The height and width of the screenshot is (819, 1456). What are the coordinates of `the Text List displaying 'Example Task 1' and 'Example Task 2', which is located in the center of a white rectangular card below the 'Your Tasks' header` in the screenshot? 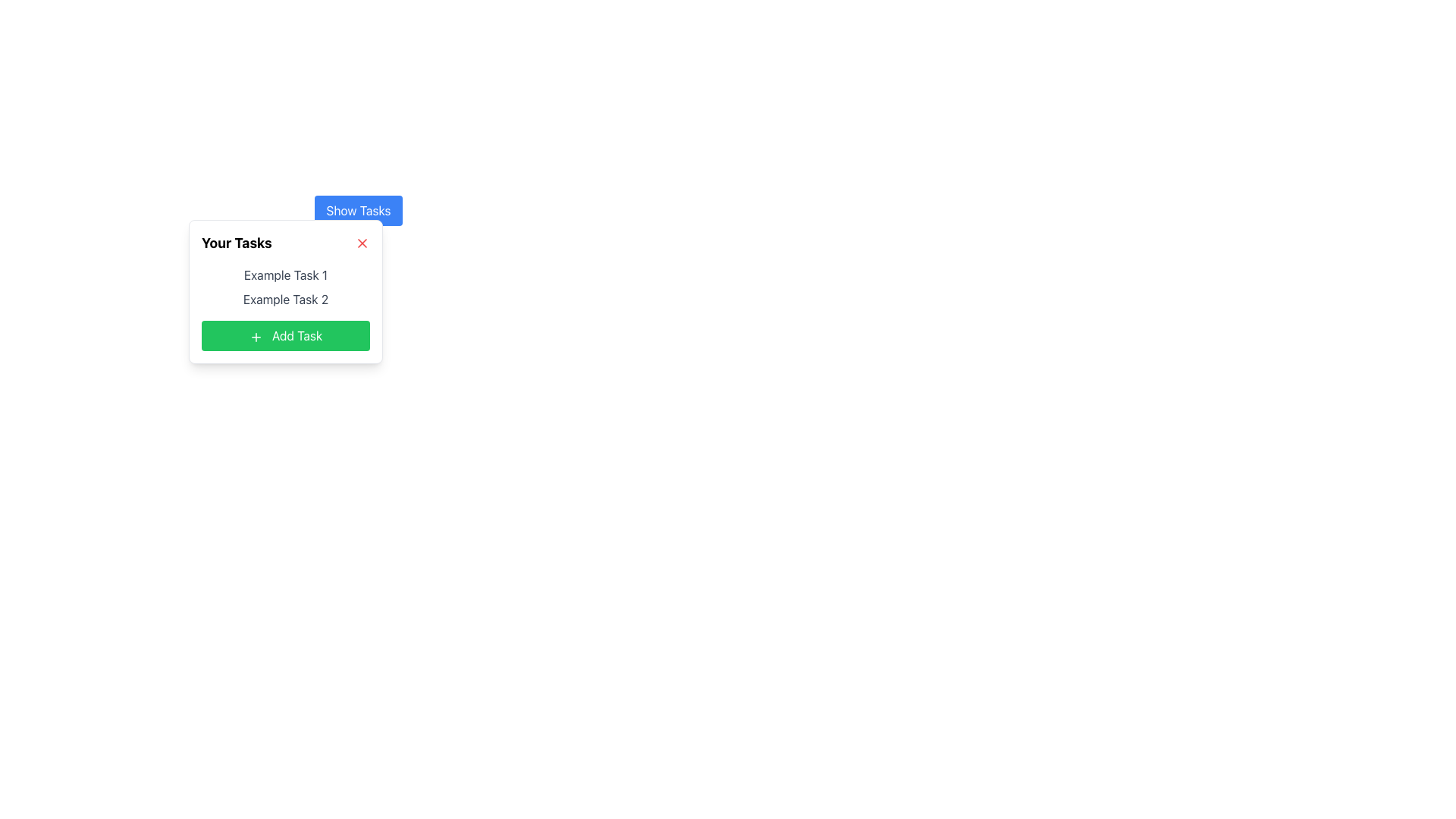 It's located at (286, 287).